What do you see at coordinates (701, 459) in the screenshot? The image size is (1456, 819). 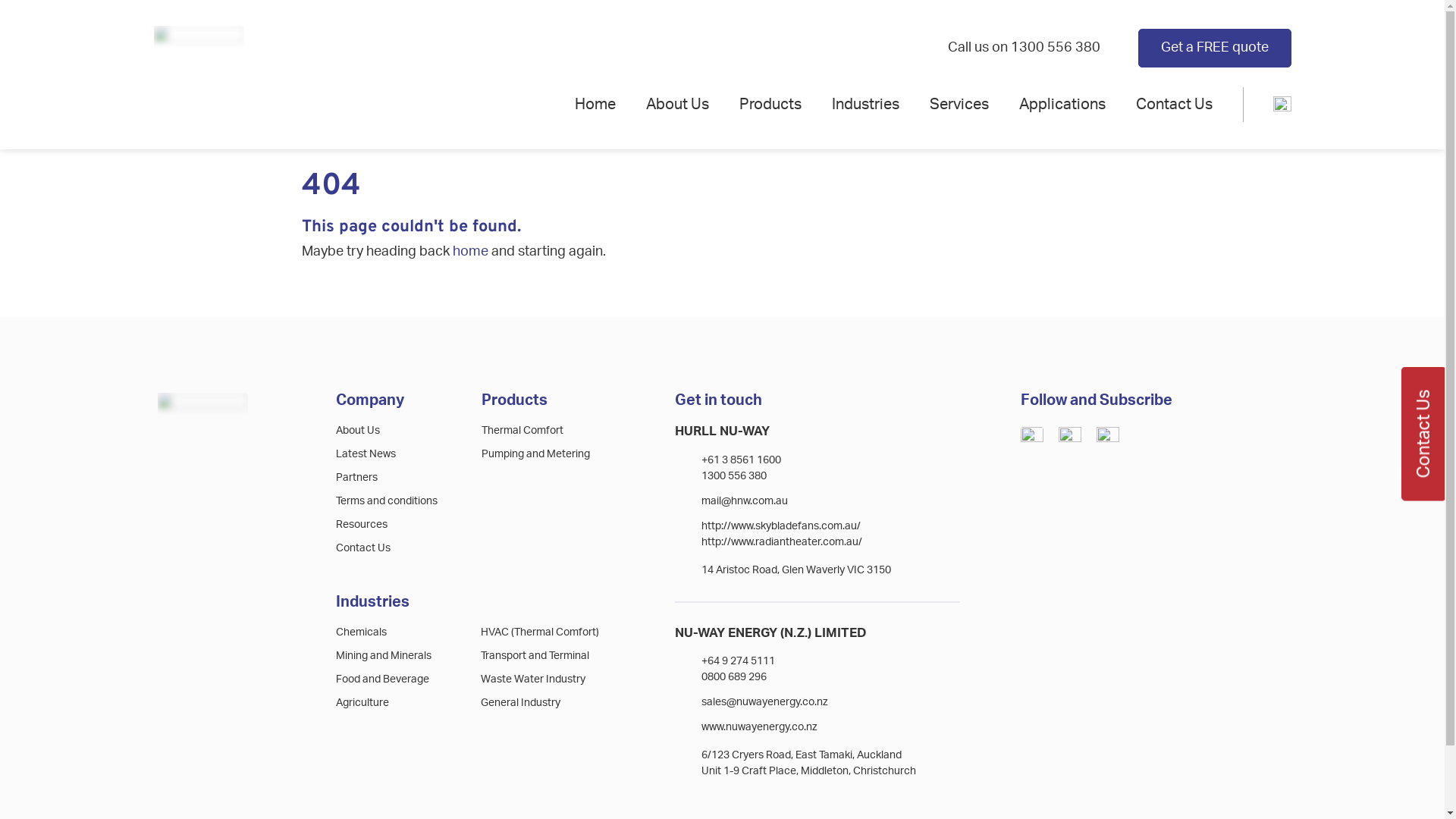 I see `'+61 3 8561 1600'` at bounding box center [701, 459].